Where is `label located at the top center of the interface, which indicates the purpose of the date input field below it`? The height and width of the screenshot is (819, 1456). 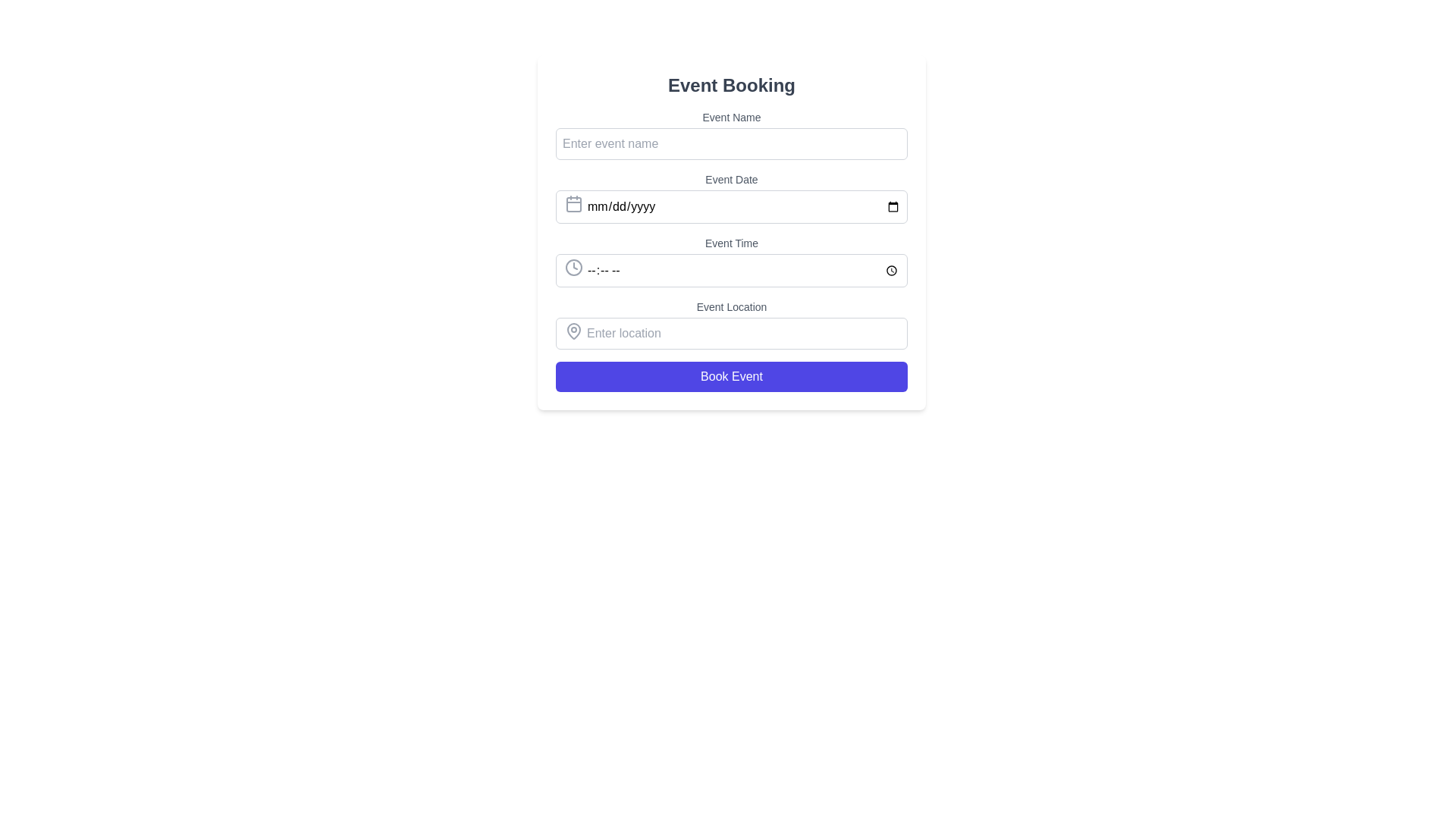
label located at the top center of the interface, which indicates the purpose of the date input field below it is located at coordinates (731, 178).